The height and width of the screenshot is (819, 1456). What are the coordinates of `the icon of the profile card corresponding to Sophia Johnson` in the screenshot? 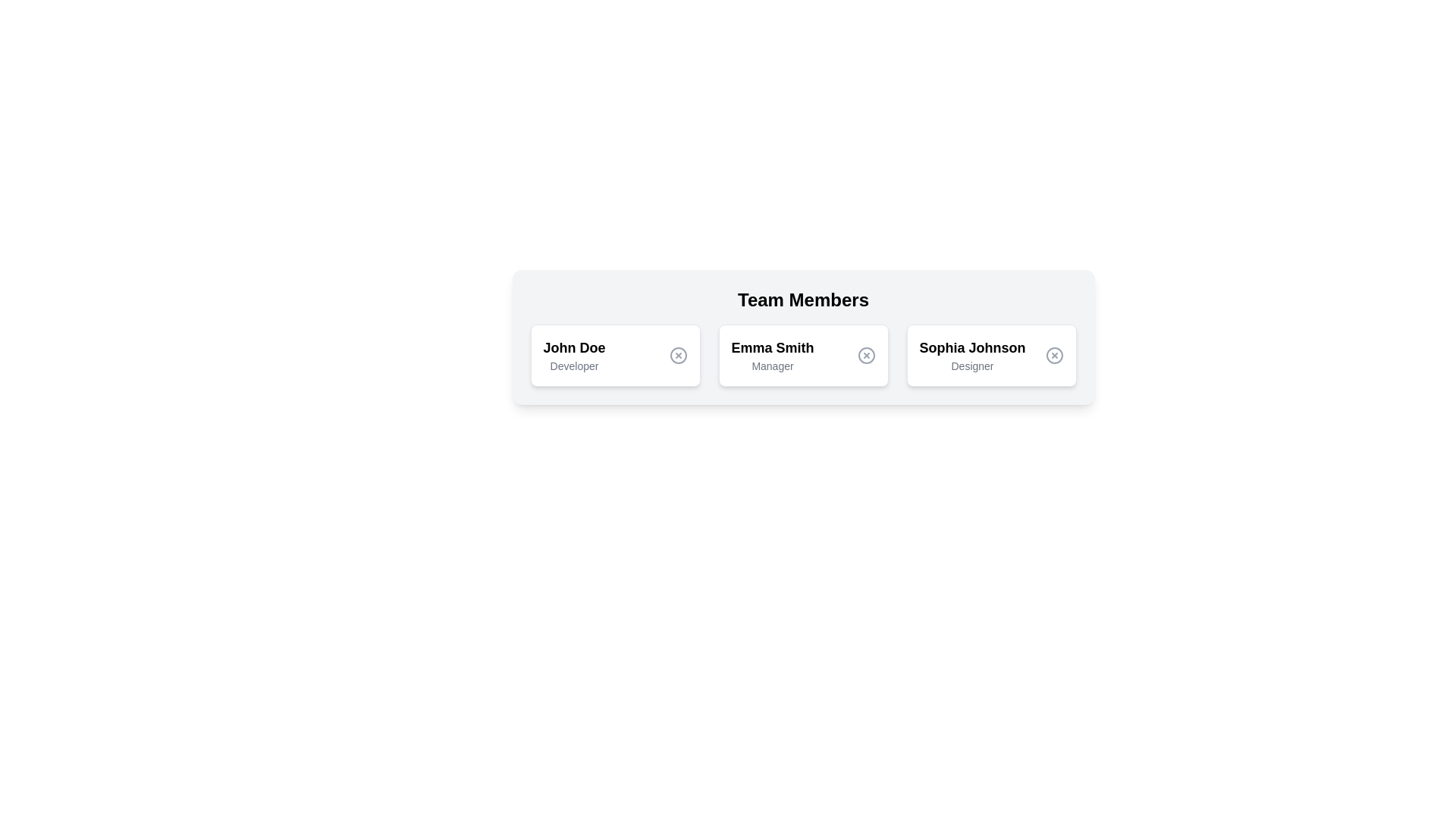 It's located at (1053, 356).